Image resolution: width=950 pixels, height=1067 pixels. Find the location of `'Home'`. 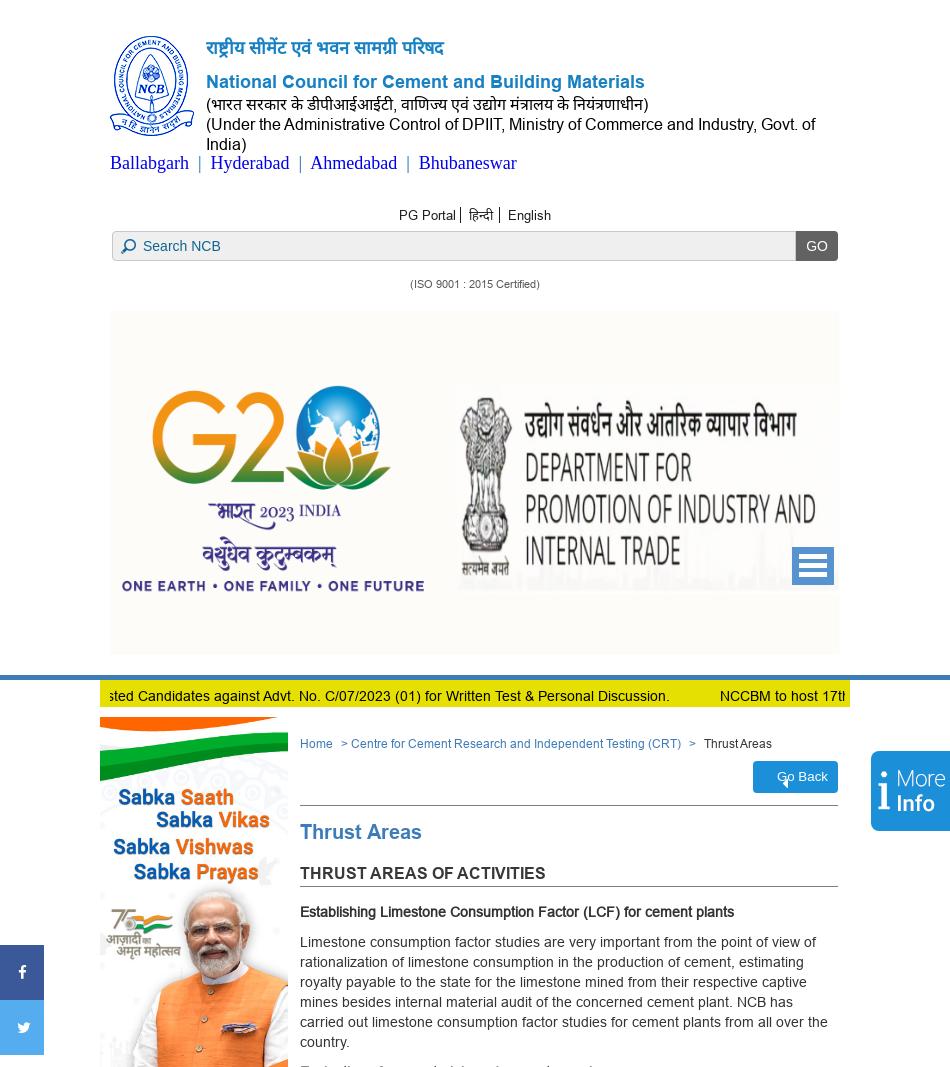

'Home' is located at coordinates (314, 741).